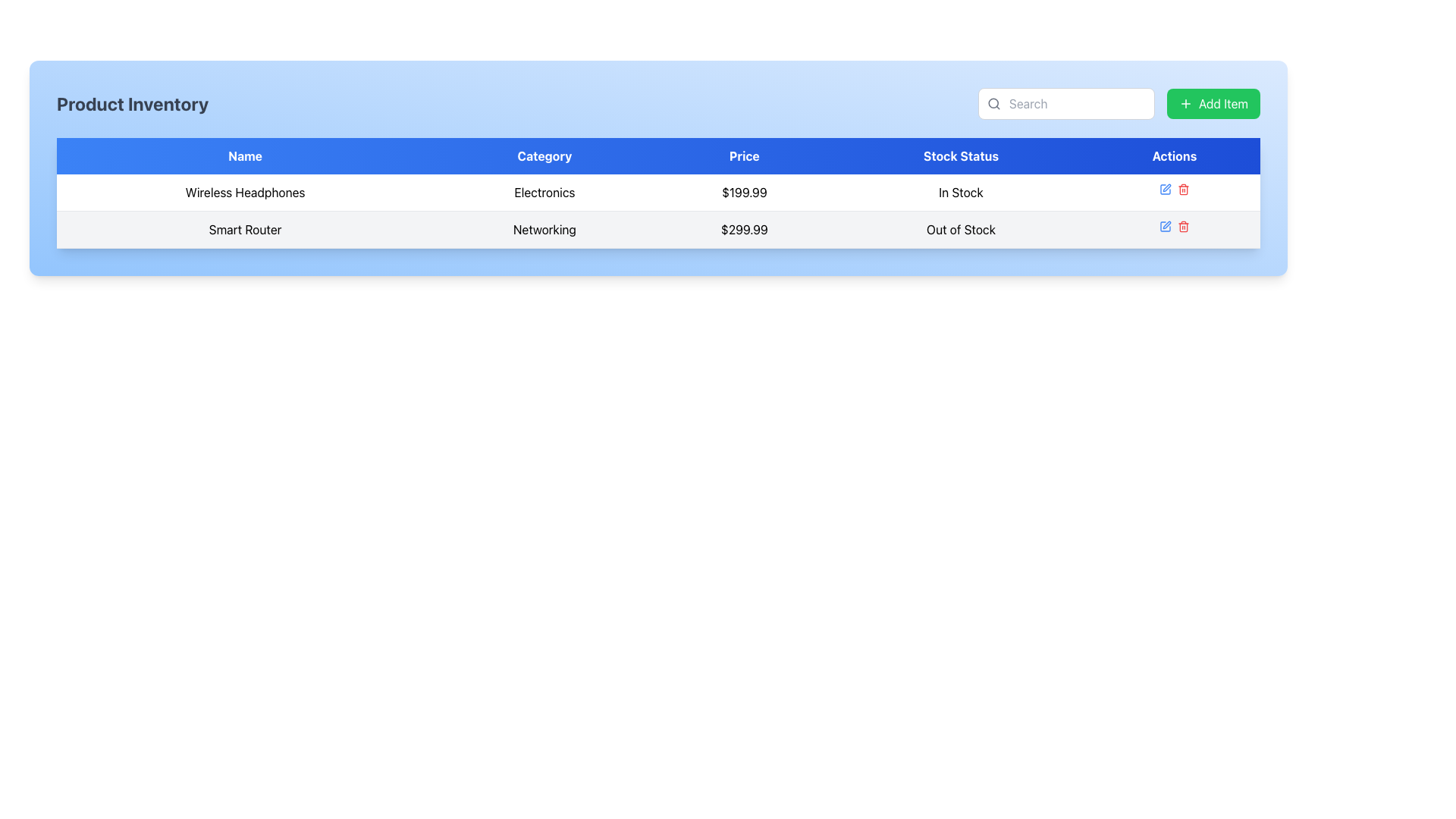  Describe the element at coordinates (1182, 227) in the screenshot. I see `the red trash bin icon in the Actions column of the second row in the product inventory table` at that location.